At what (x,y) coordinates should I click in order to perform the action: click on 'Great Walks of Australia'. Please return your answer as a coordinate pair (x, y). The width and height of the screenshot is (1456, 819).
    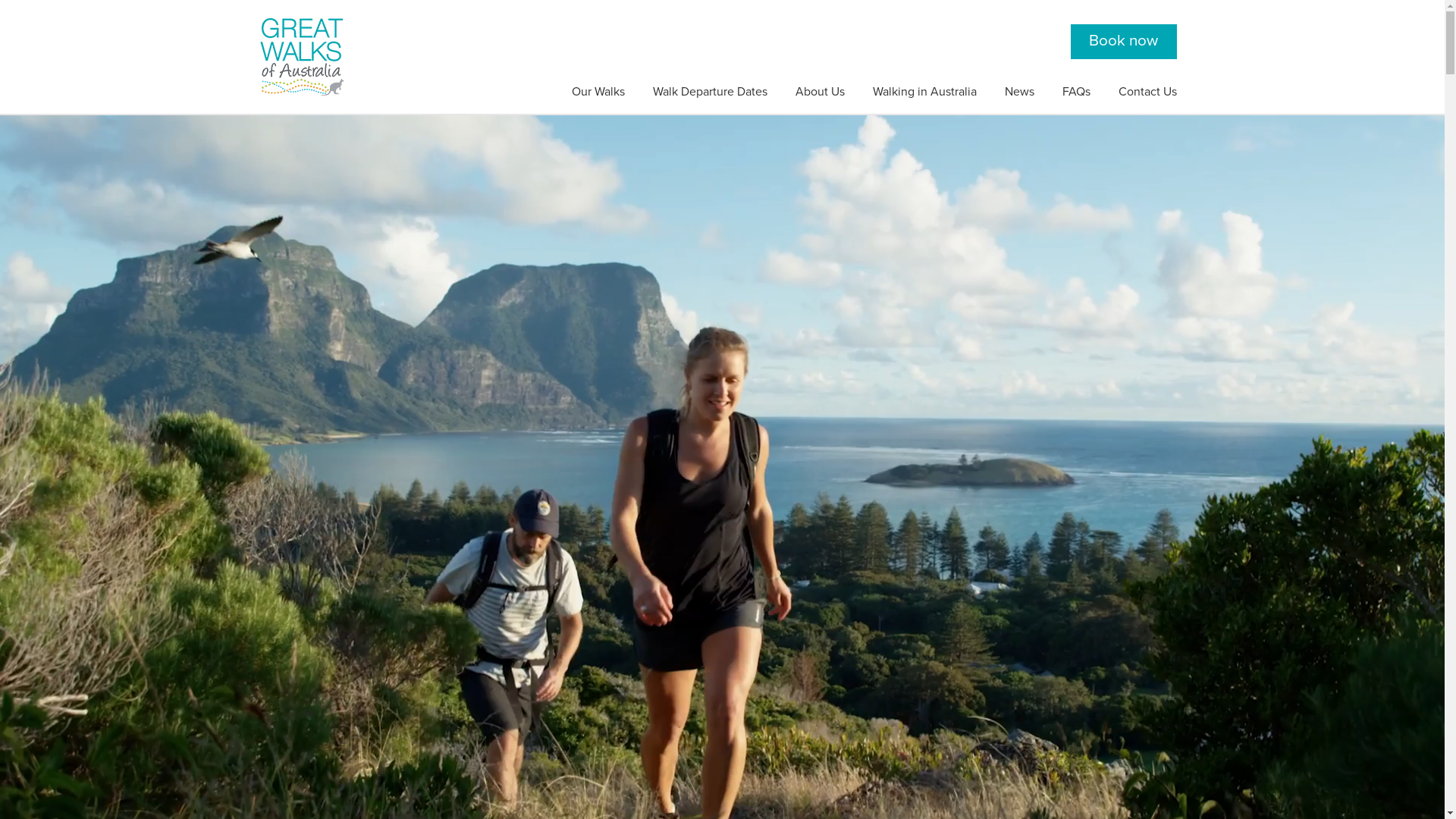
    Looking at the image, I should click on (302, 55).